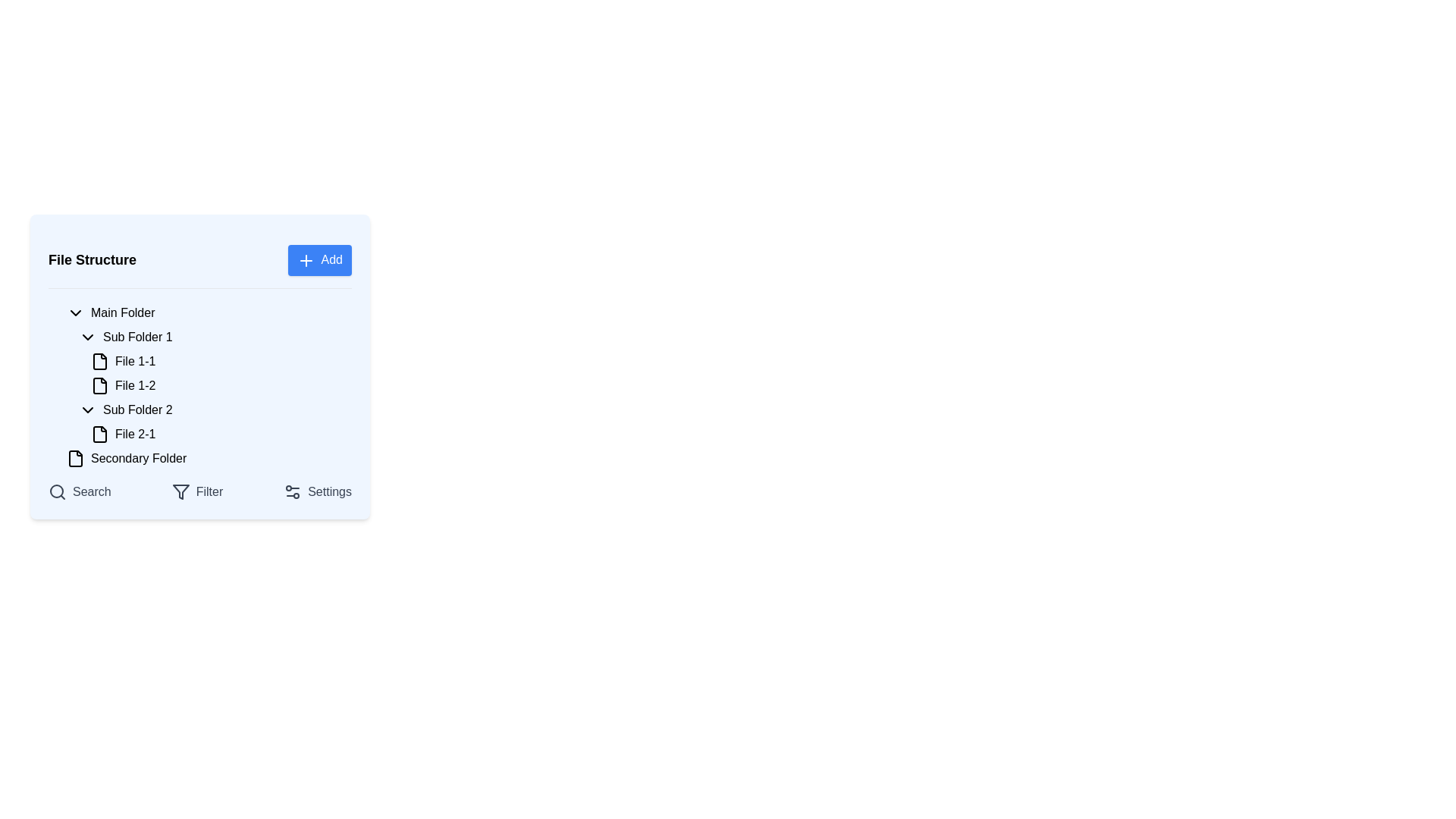 The width and height of the screenshot is (1456, 819). What do you see at coordinates (293, 491) in the screenshot?
I see `the visual indicator icon next to the 'Settings' button located at the bottom right corner of the primary panel` at bounding box center [293, 491].